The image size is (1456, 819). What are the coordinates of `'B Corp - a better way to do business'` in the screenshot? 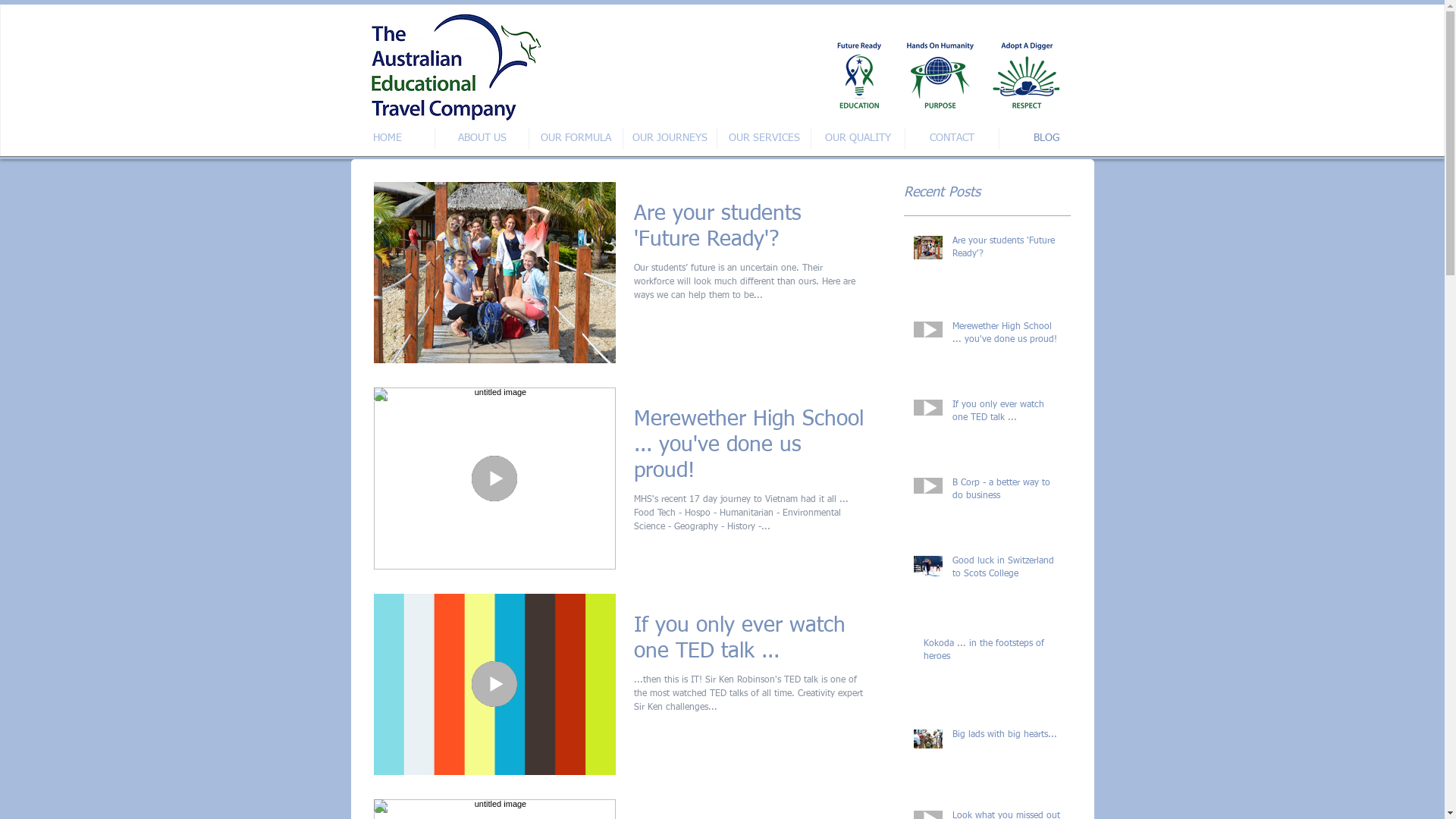 It's located at (952, 493).